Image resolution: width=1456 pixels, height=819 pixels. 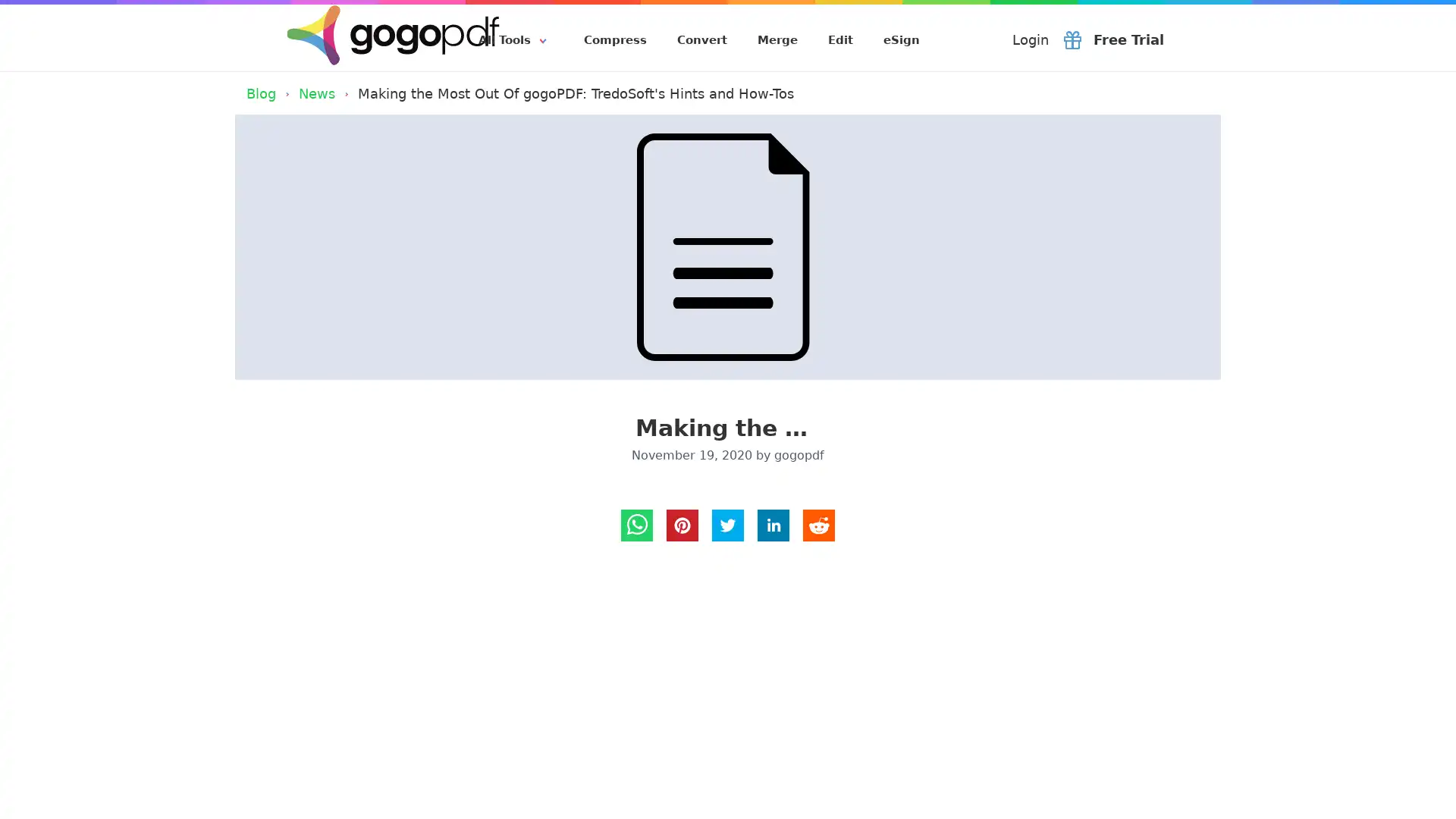 I want to click on Whatsapp, so click(x=637, y=525).